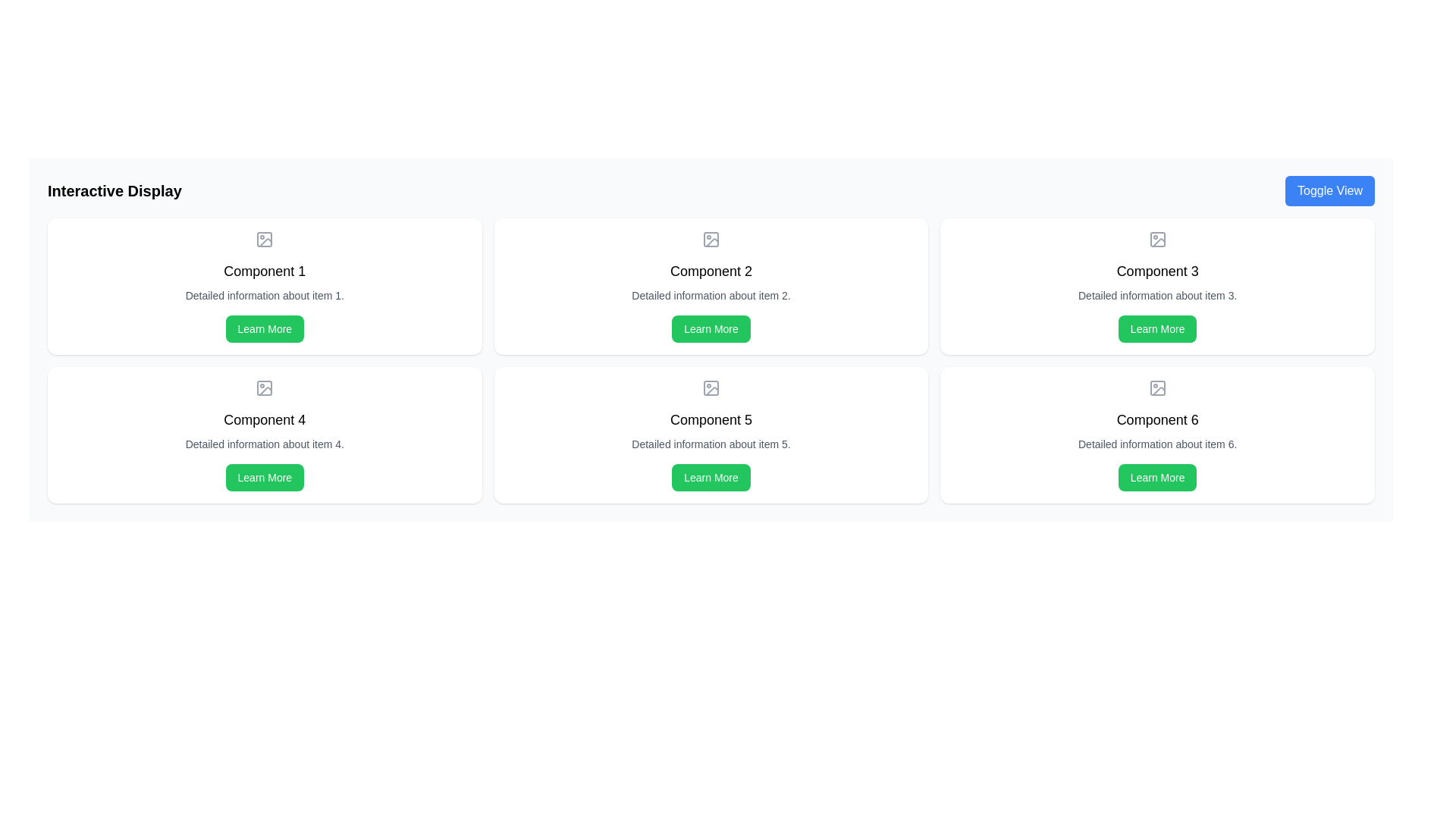 The height and width of the screenshot is (819, 1456). Describe the element at coordinates (710, 444) in the screenshot. I see `text label displaying 'Detailed information about item 5.' located below the heading 'Component 5' in the second row and third column of the grid layout` at that location.